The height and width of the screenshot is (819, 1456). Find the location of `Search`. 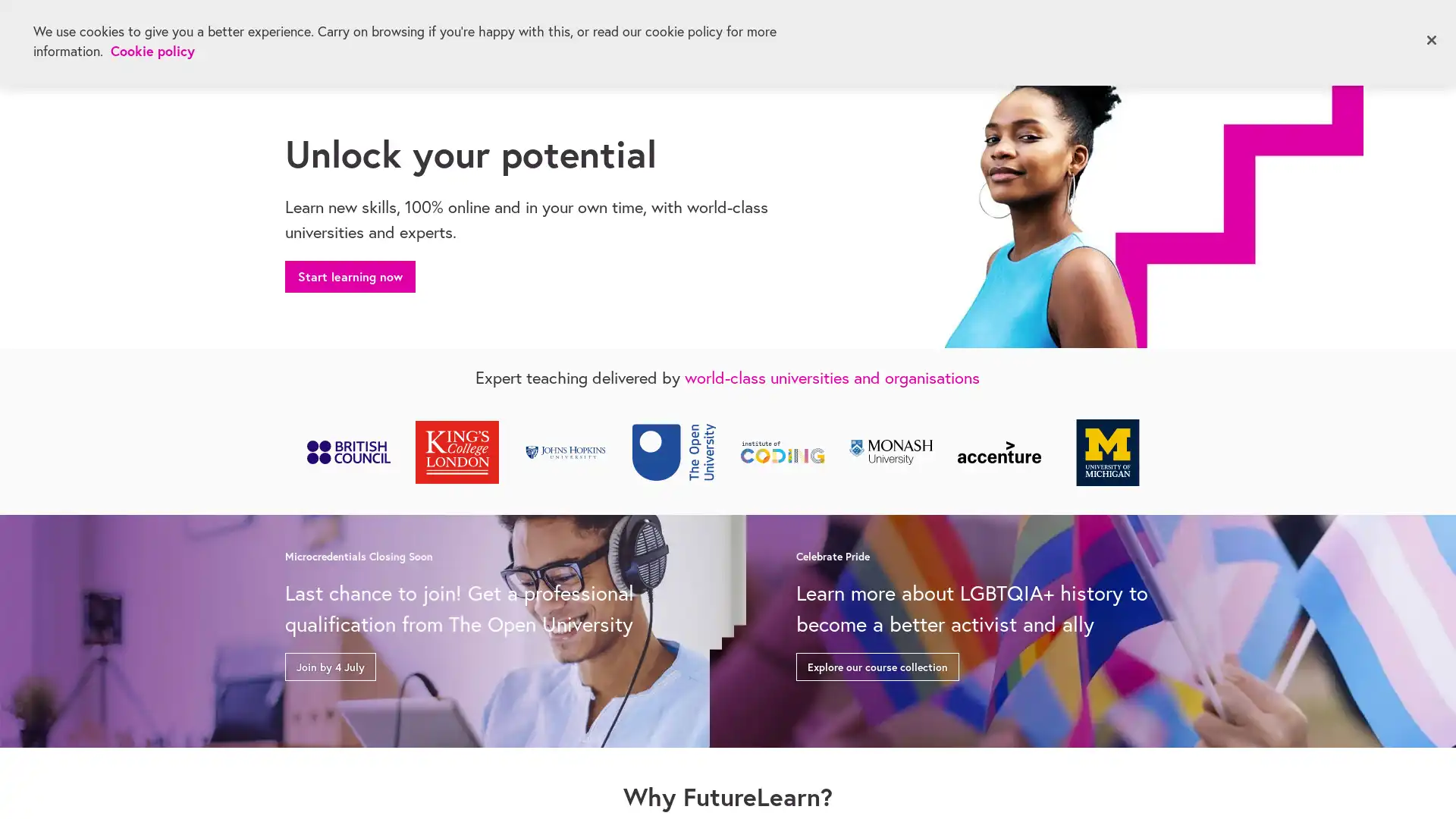

Search is located at coordinates (1276, 34).